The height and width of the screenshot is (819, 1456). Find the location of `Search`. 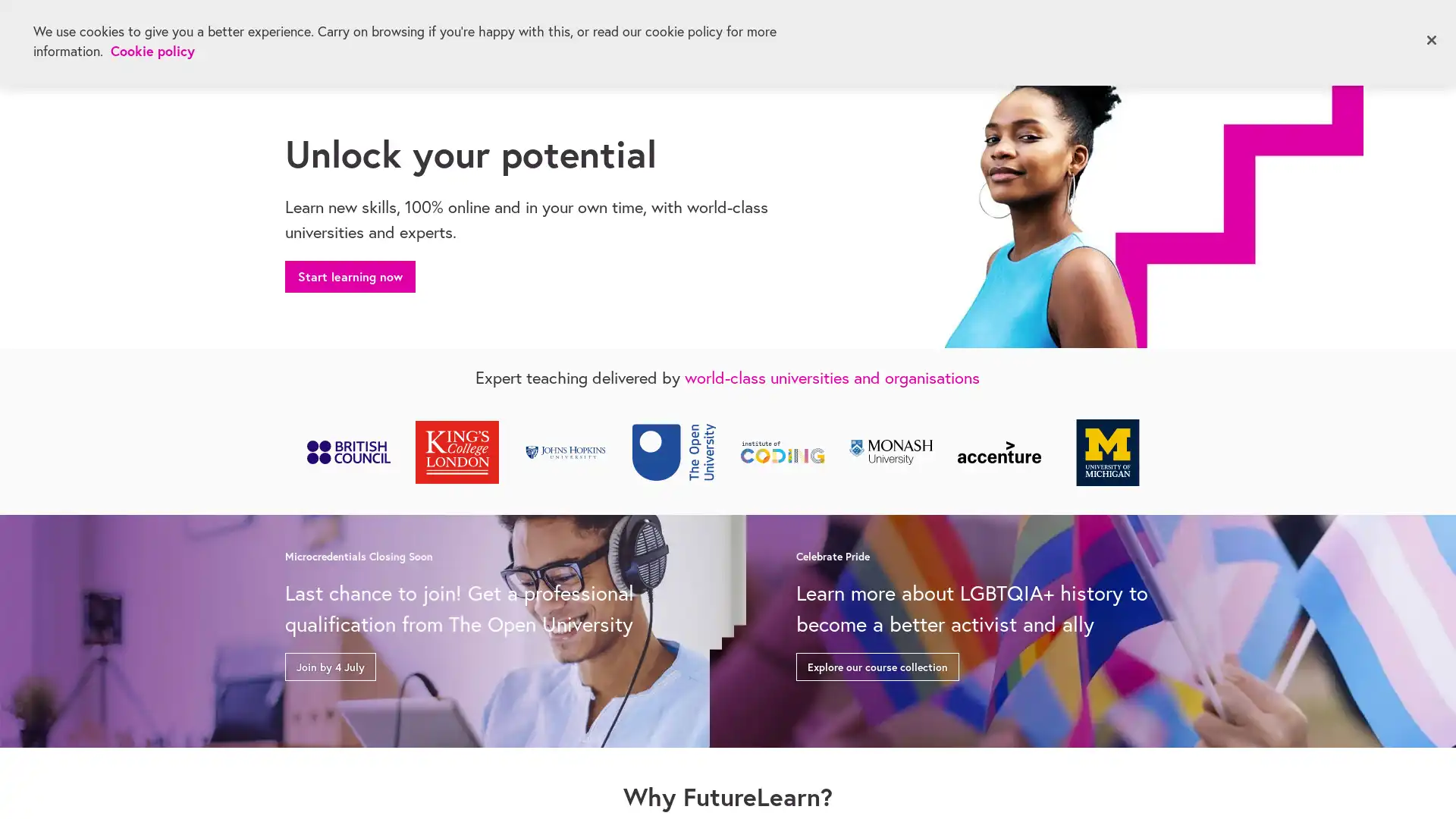

Search is located at coordinates (1276, 34).